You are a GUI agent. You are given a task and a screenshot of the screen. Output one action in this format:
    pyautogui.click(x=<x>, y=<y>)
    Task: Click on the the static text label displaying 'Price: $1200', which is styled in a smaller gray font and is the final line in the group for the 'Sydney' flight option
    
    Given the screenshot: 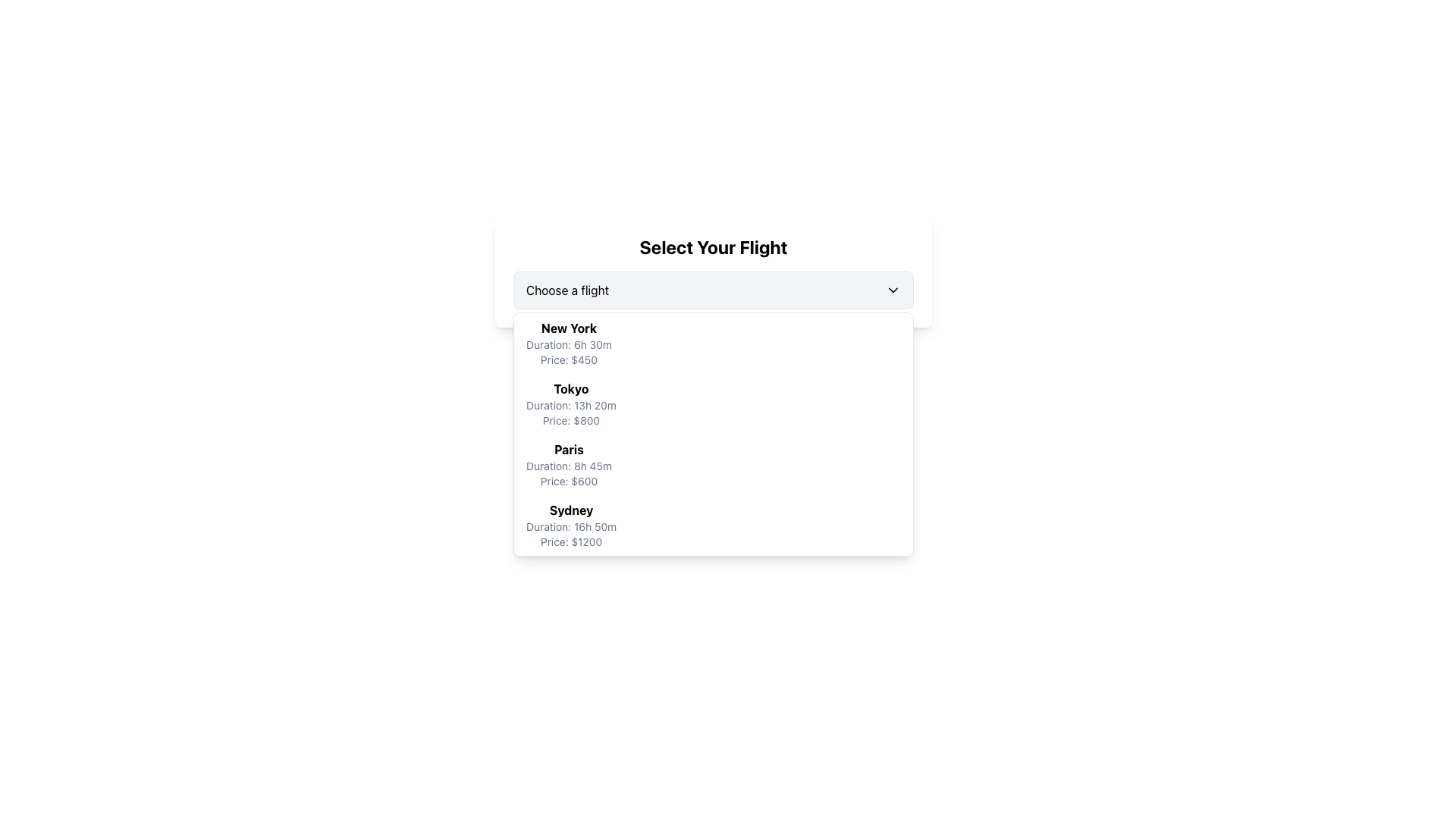 What is the action you would take?
    pyautogui.click(x=570, y=541)
    